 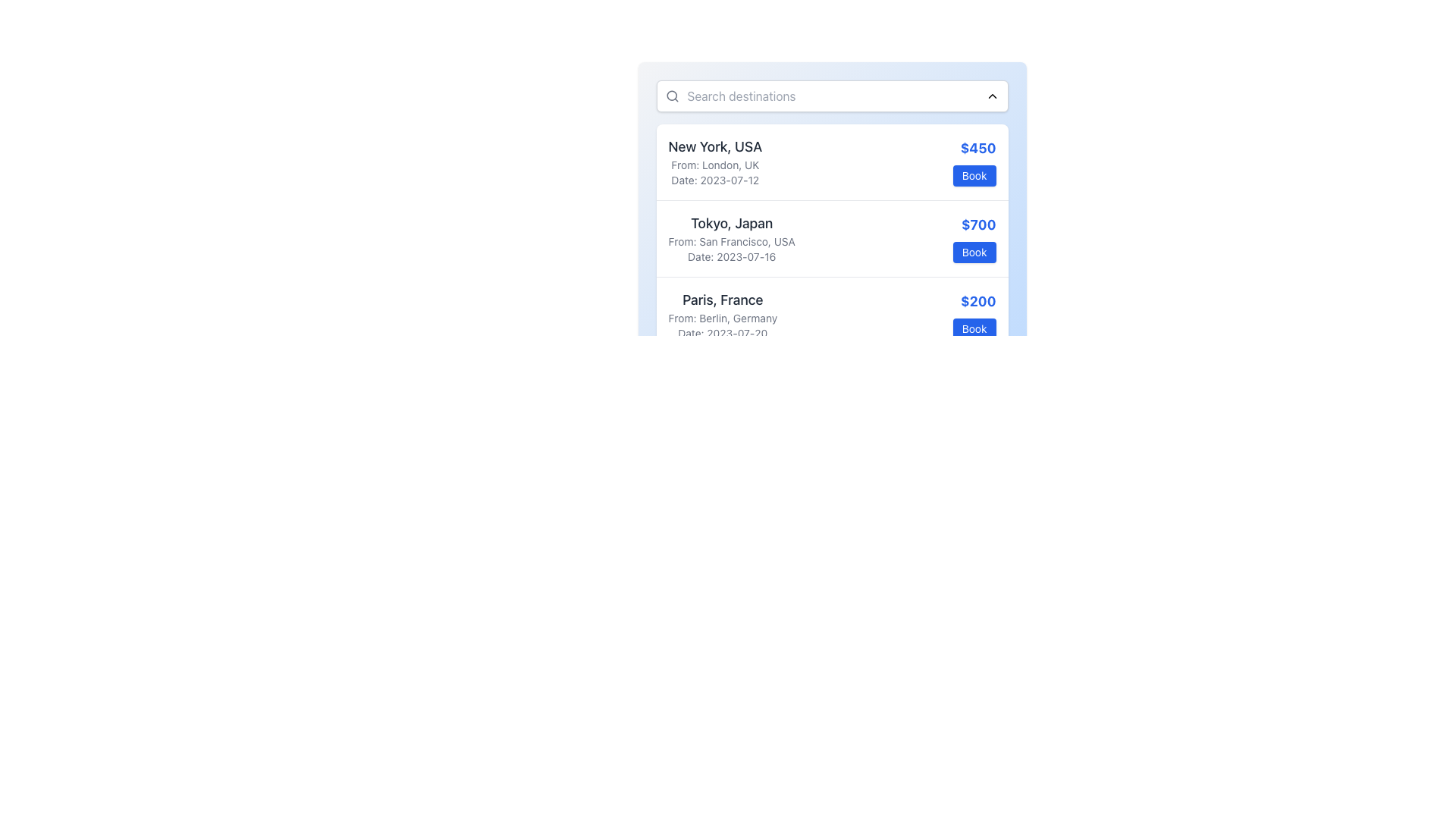 What do you see at coordinates (714, 165) in the screenshot?
I see `information provided in the text label indicating the origin city and country, which displays 'London, UK', located beneath 'New York, USA' and above 'Date: 2023-07-12'` at bounding box center [714, 165].